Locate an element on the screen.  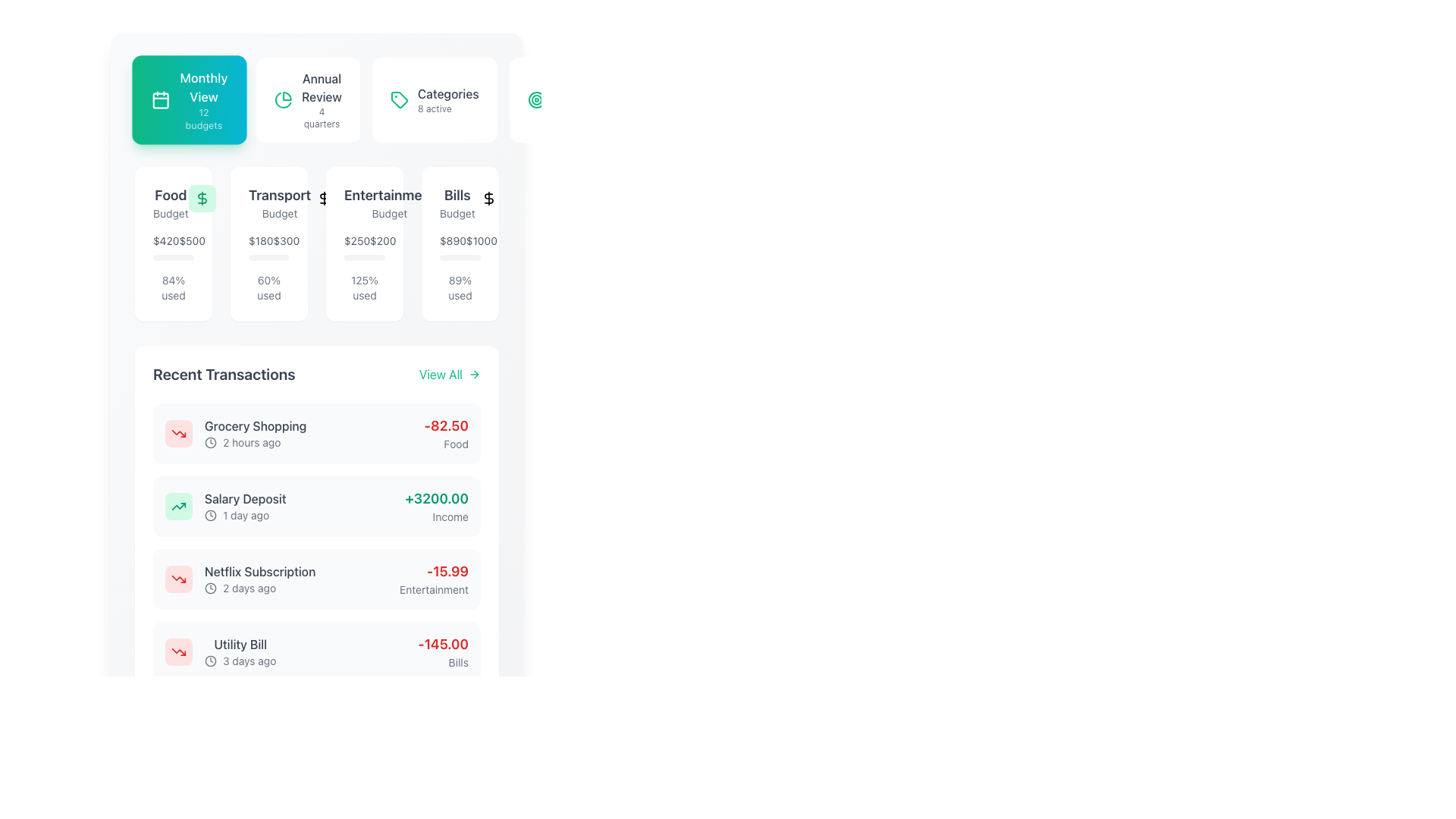
the 'View All' text label, which is styled in green and is located in the upper-right of the 'Recent Transactions' section, to trigger a tooltip or styling change is located at coordinates (440, 374).